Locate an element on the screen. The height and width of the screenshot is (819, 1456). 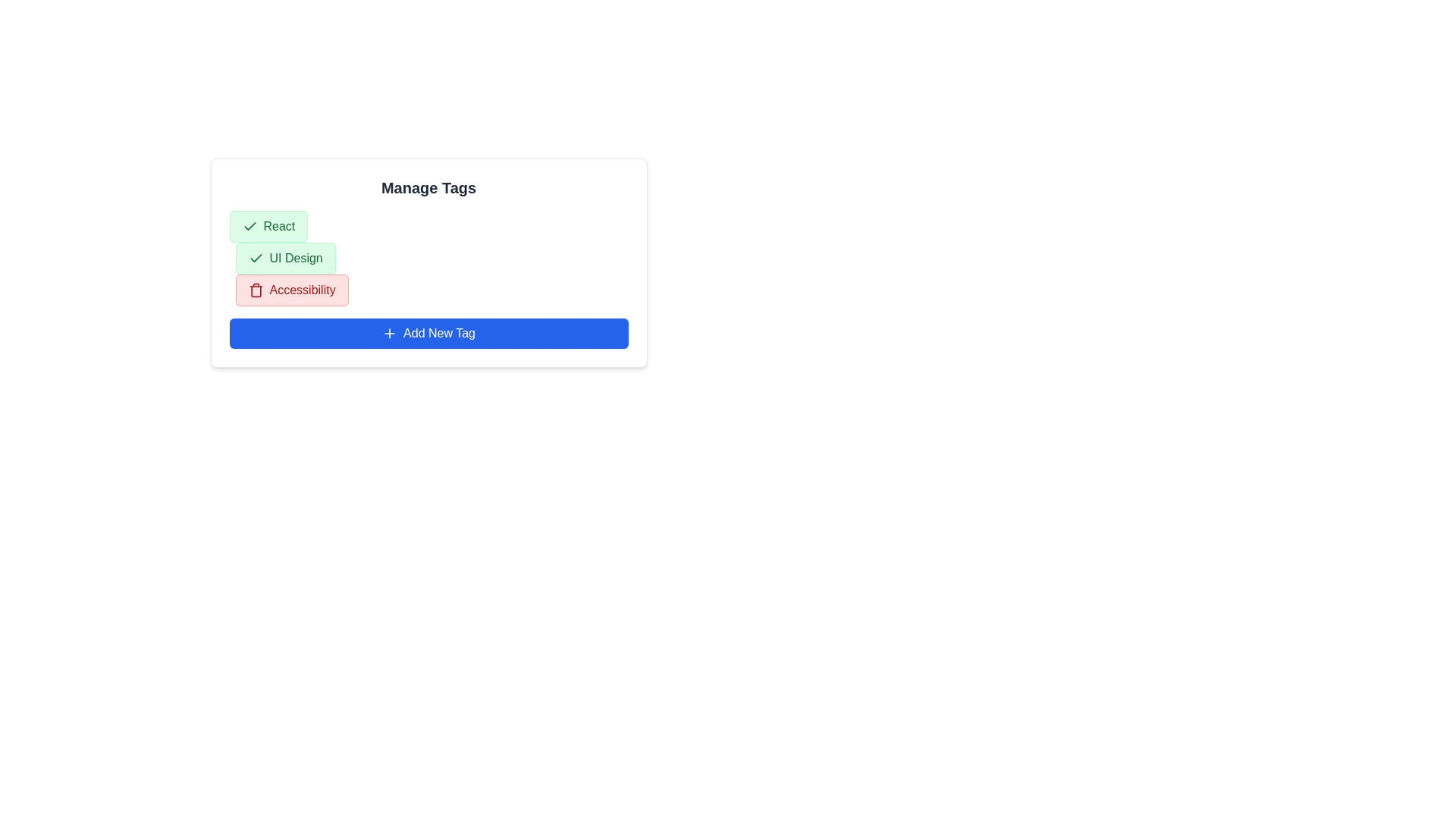
the red trash can icon within the 'Accessibility' button is located at coordinates (256, 290).